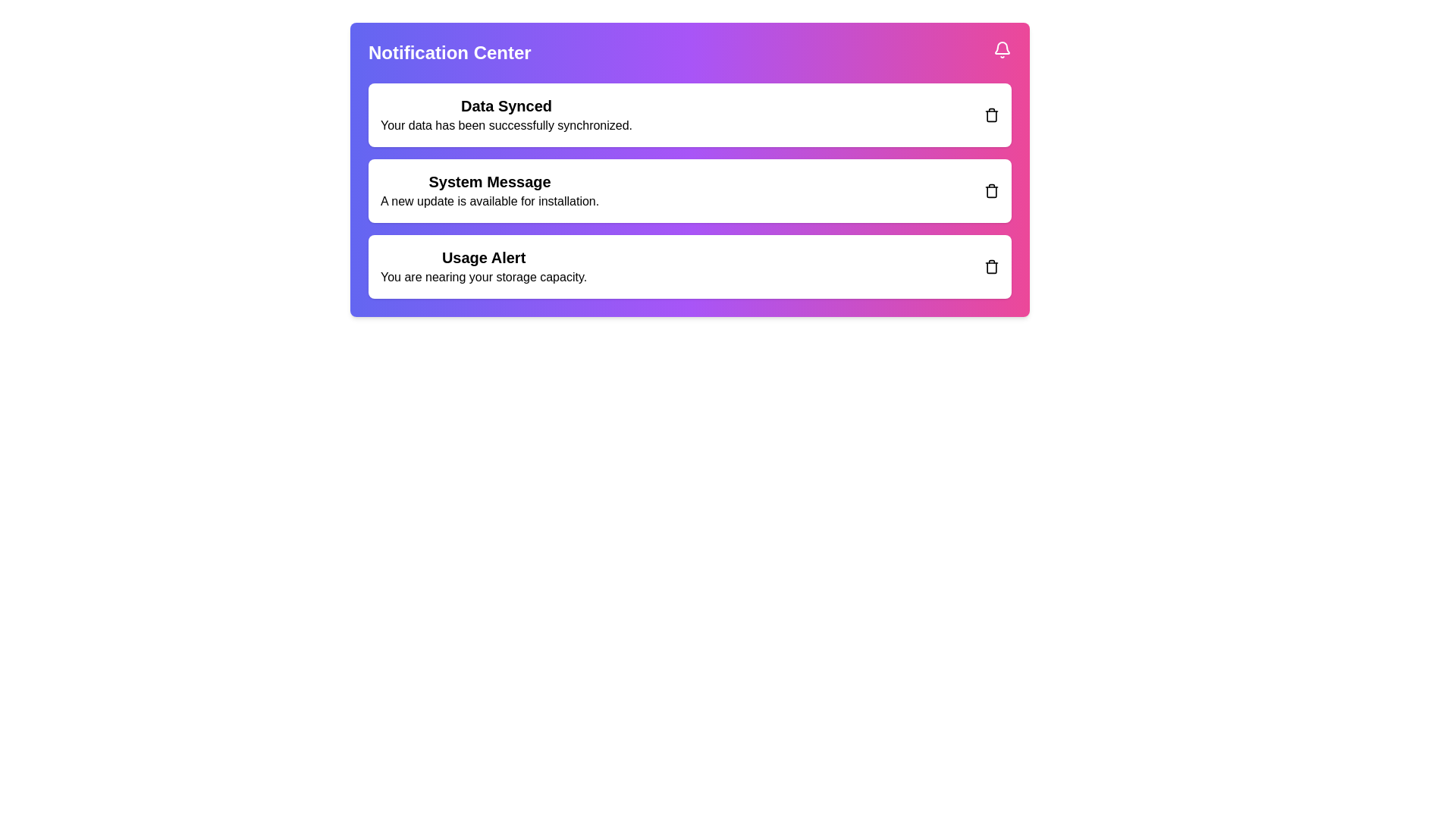 The width and height of the screenshot is (1456, 819). What do you see at coordinates (689, 265) in the screenshot?
I see `notification details displayed in the Notification tile that alerts the user about nearing their storage capacity, located third from the top in the notification list` at bounding box center [689, 265].